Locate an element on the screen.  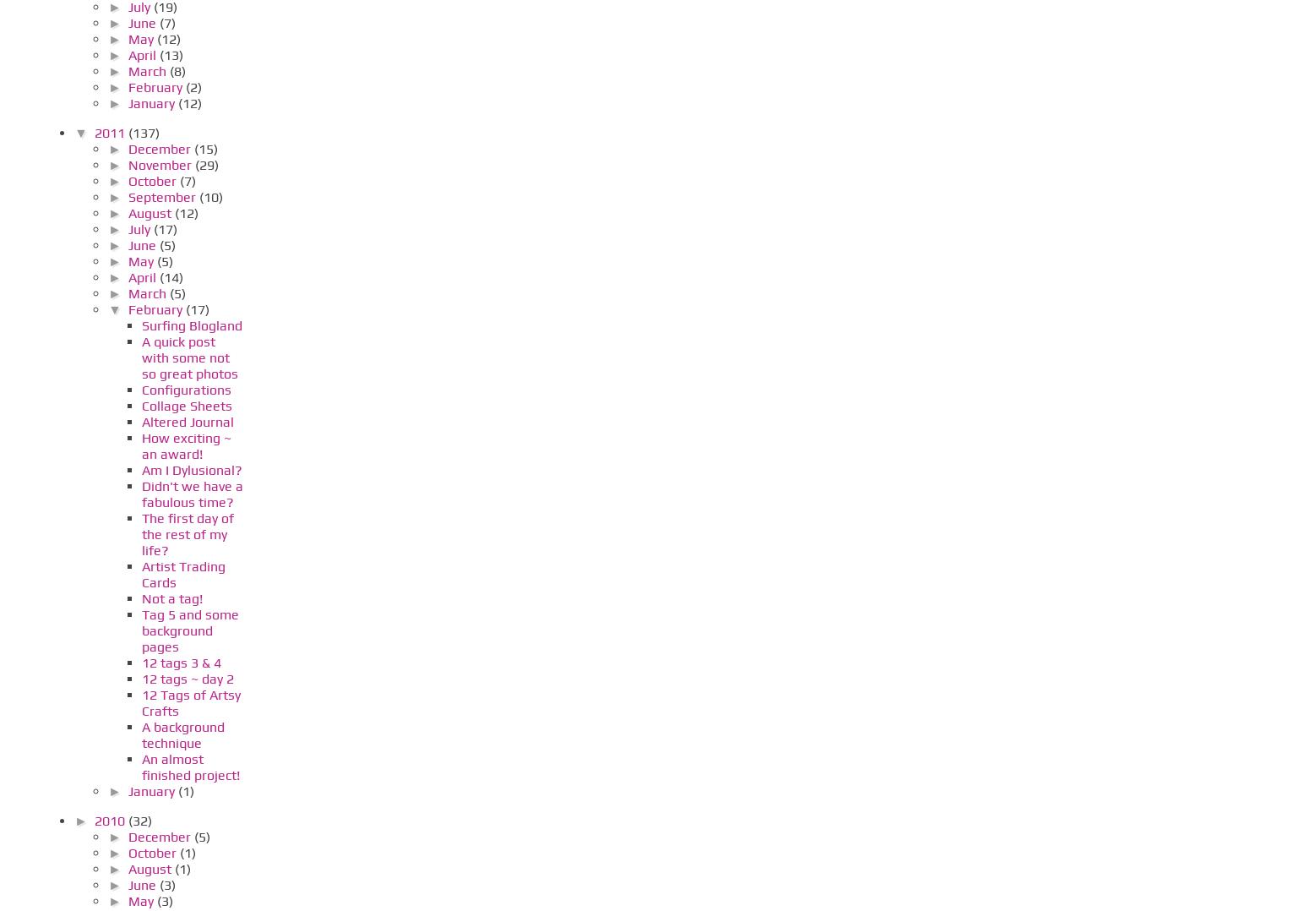
'2011' is located at coordinates (92, 131).